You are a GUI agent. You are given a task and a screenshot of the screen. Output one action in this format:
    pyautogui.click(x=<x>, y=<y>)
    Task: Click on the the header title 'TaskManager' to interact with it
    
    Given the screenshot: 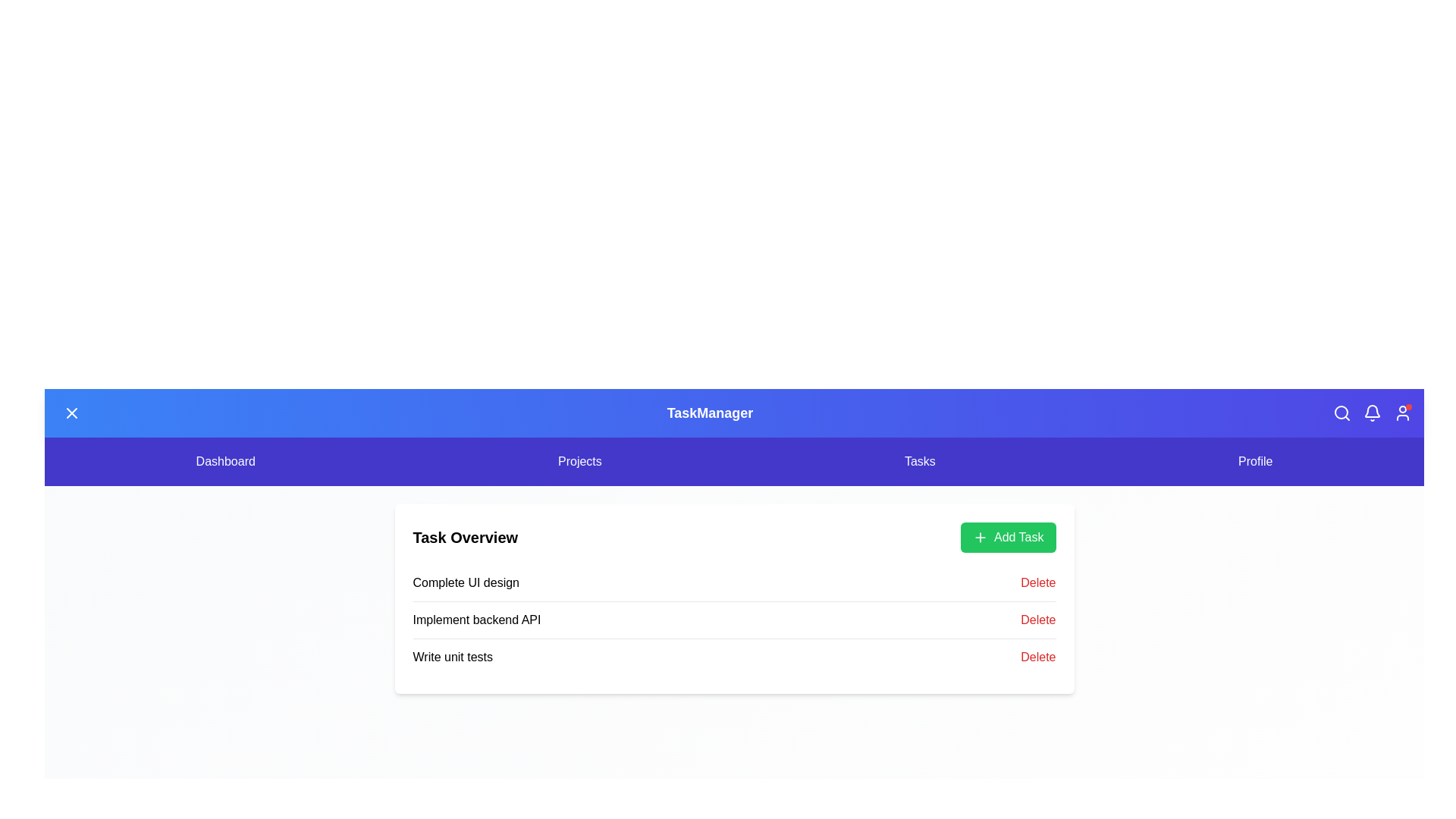 What is the action you would take?
    pyautogui.click(x=709, y=413)
    